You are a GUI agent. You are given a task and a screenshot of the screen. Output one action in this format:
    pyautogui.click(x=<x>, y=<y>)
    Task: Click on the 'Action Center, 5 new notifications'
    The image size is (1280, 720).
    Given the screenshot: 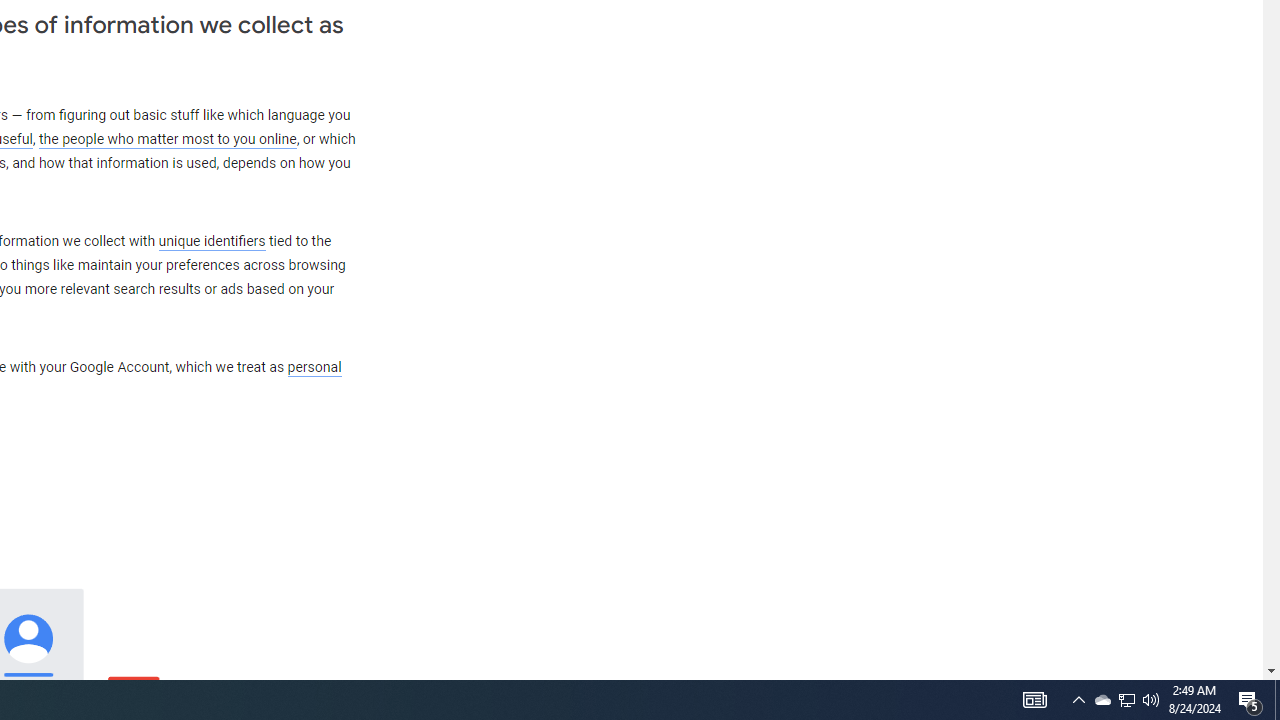 What is the action you would take?
    pyautogui.click(x=1250, y=698)
    